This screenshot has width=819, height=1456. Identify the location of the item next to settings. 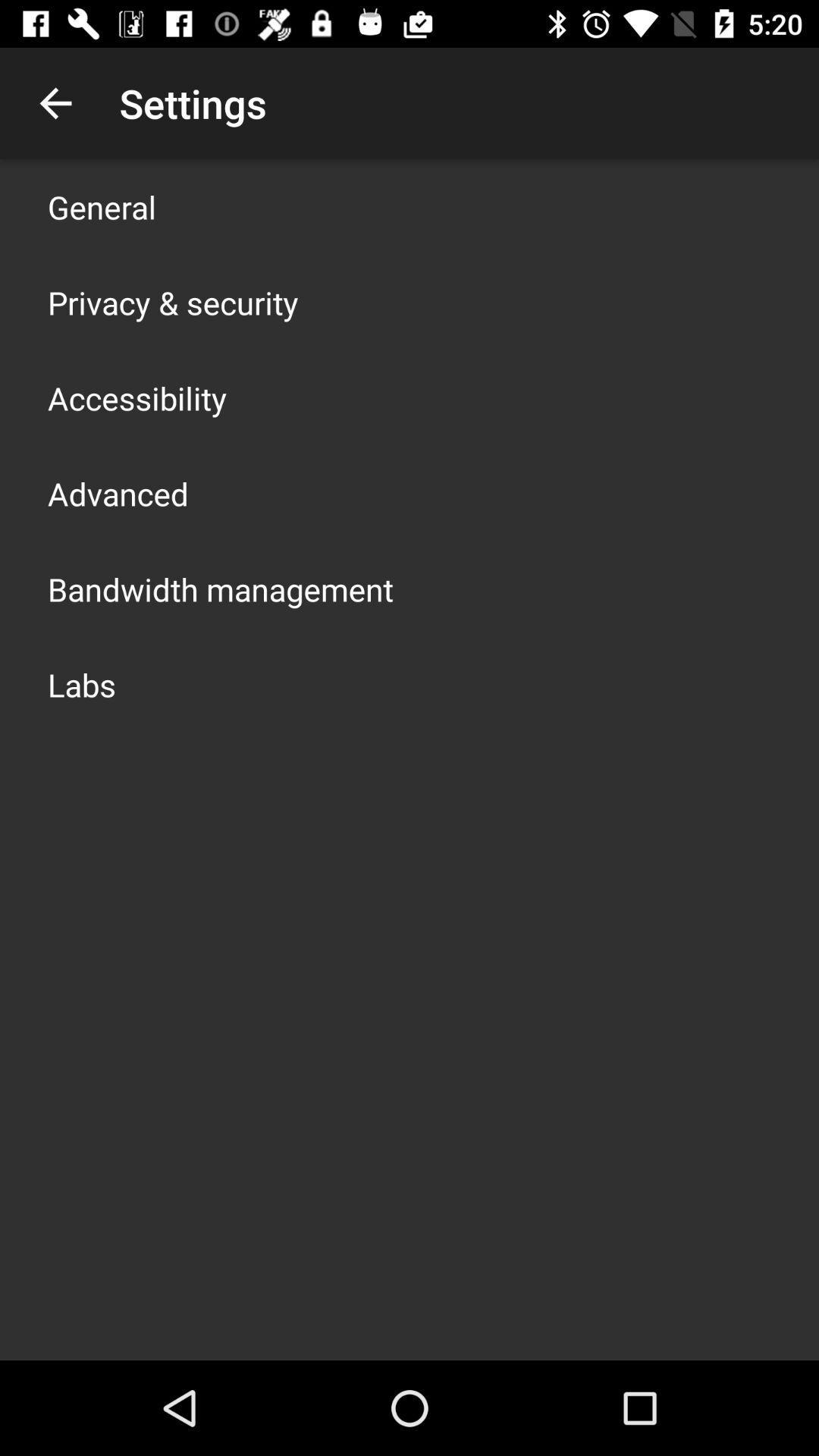
(55, 102).